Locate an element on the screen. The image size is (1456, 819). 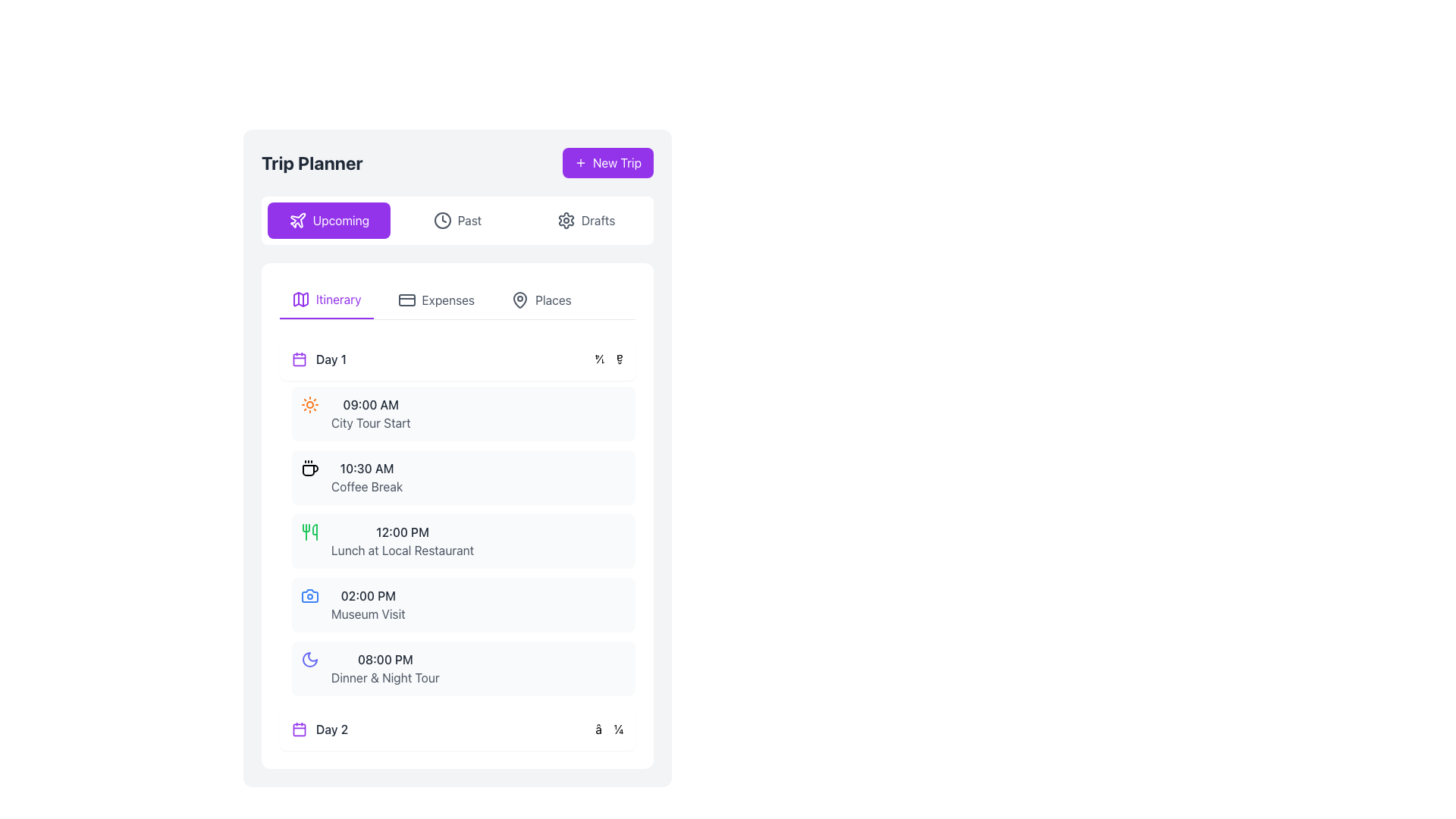
the 'New Trip' button with a bold purple background and white text to initiate creating a new trip is located at coordinates (607, 163).